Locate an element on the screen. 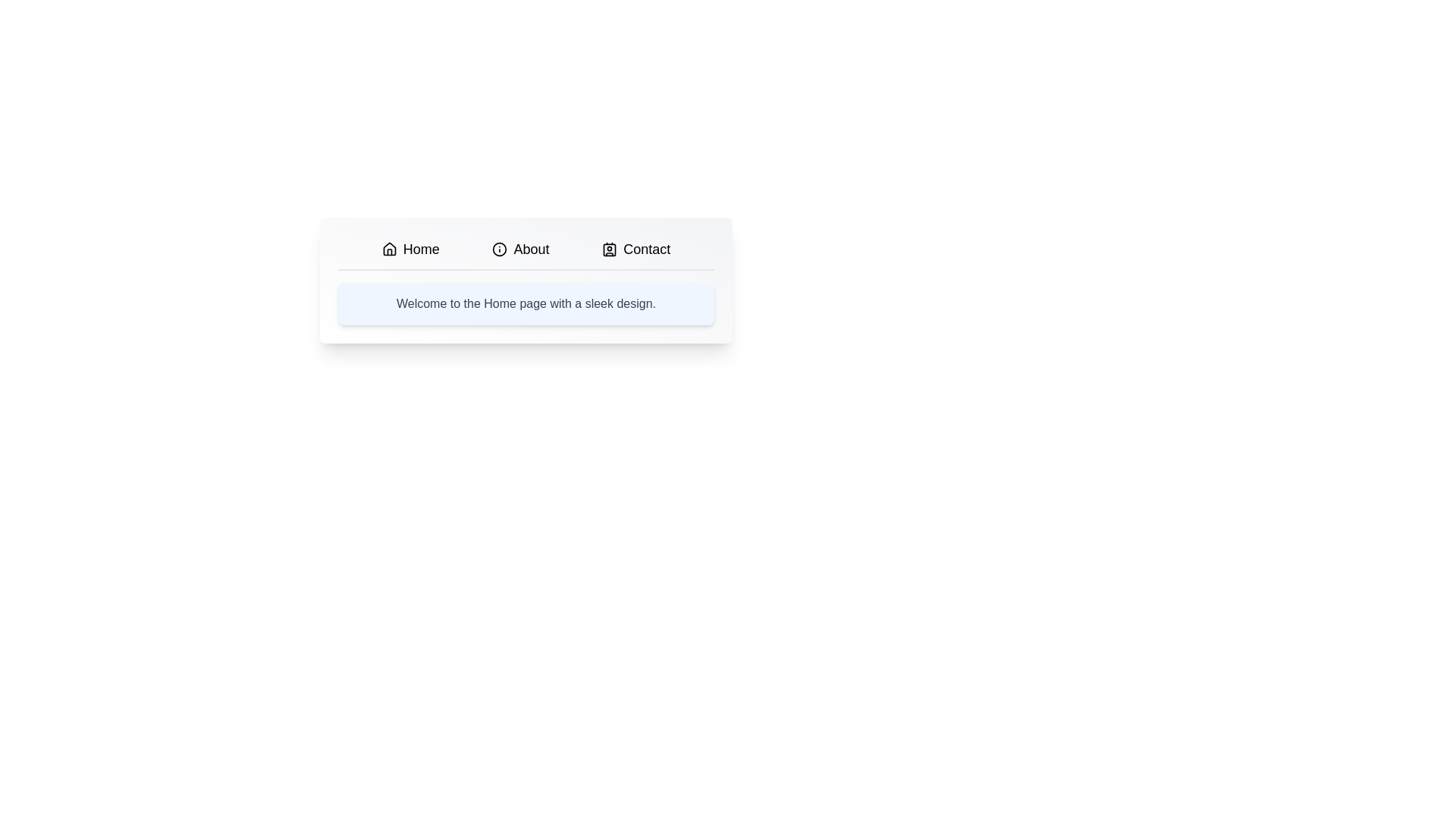 This screenshot has width=1456, height=819. the Home tab is located at coordinates (410, 248).